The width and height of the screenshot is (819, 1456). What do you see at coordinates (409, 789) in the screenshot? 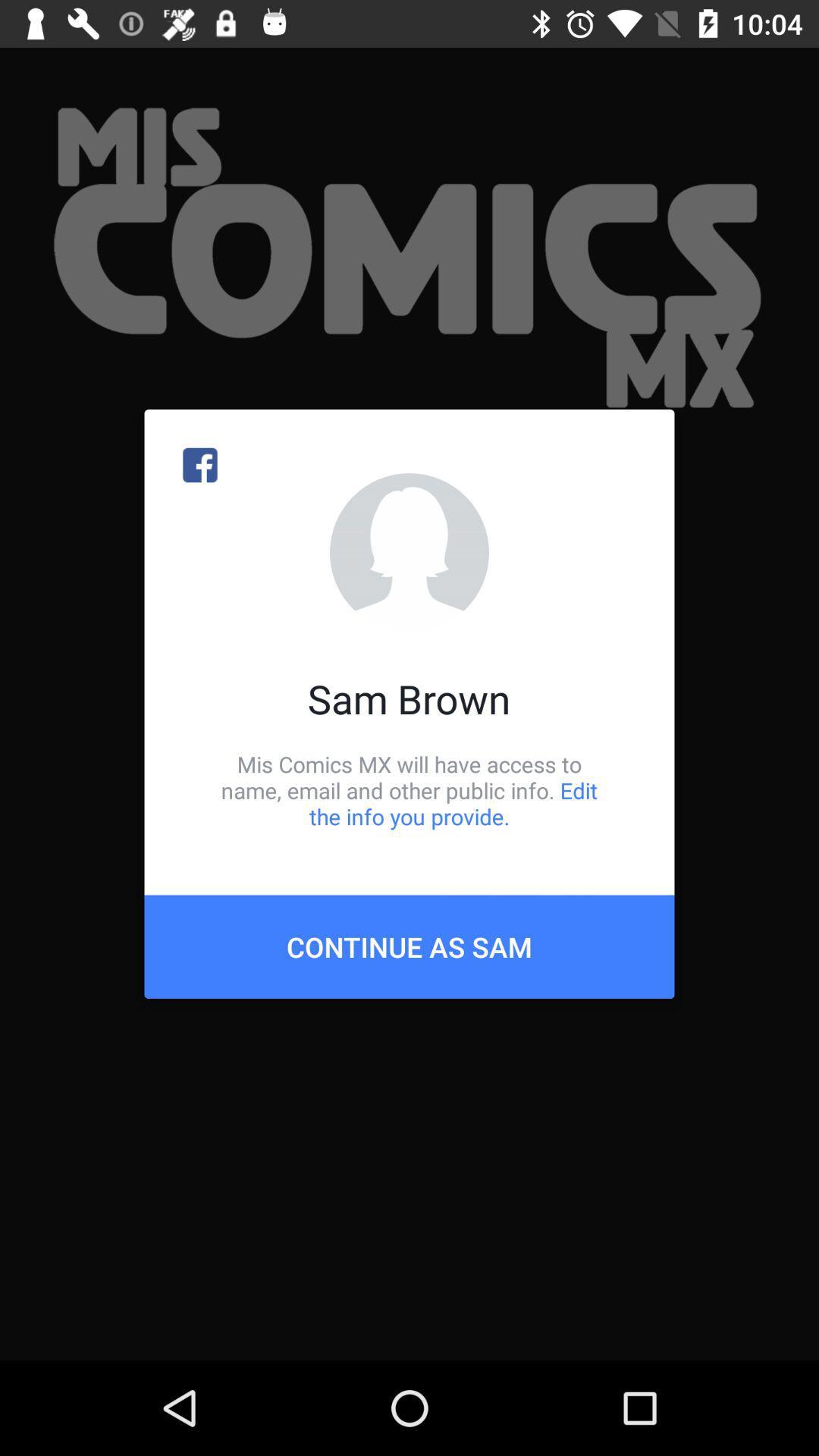
I see `mis comics mx item` at bounding box center [409, 789].